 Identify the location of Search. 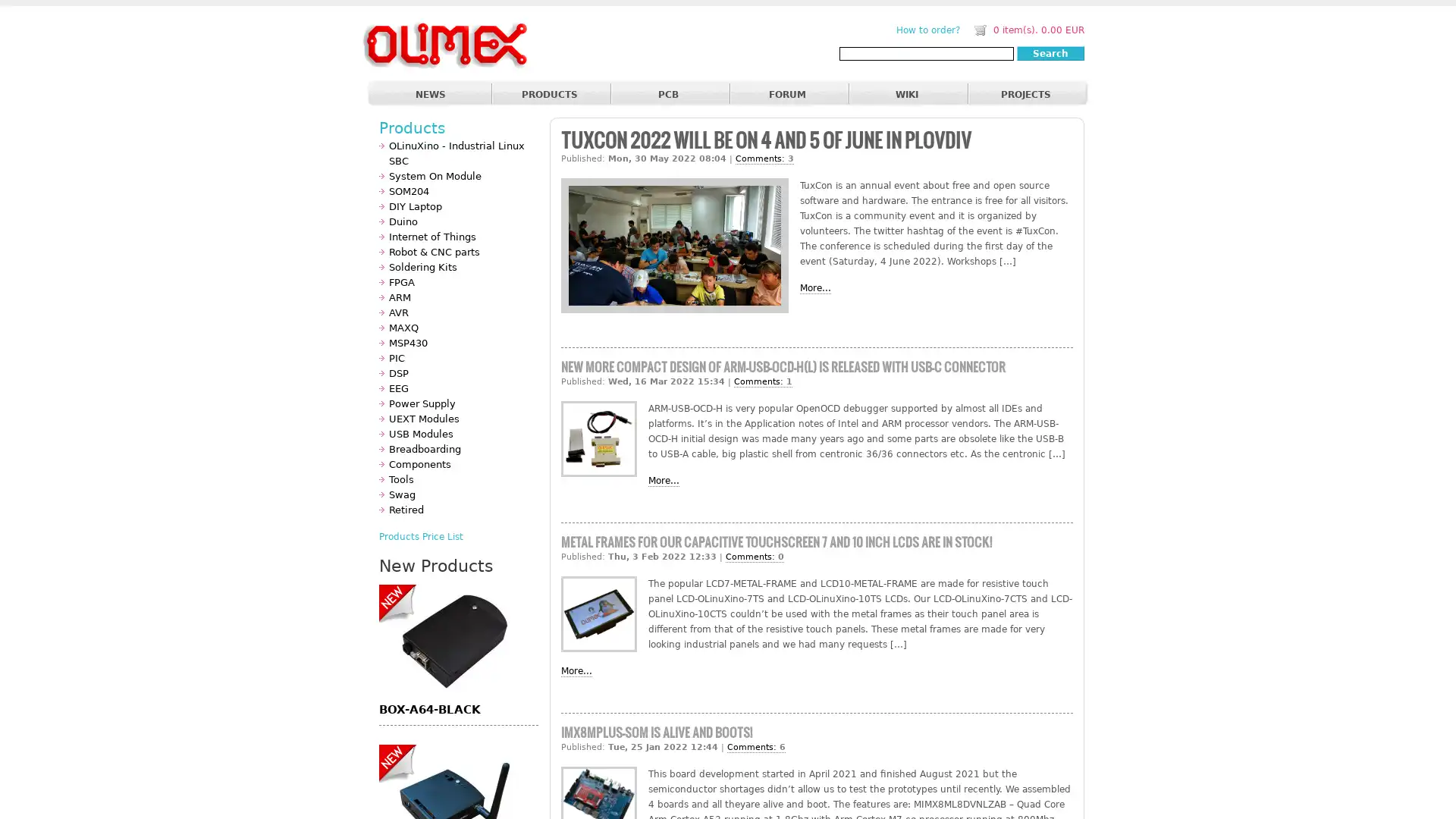
(1050, 52).